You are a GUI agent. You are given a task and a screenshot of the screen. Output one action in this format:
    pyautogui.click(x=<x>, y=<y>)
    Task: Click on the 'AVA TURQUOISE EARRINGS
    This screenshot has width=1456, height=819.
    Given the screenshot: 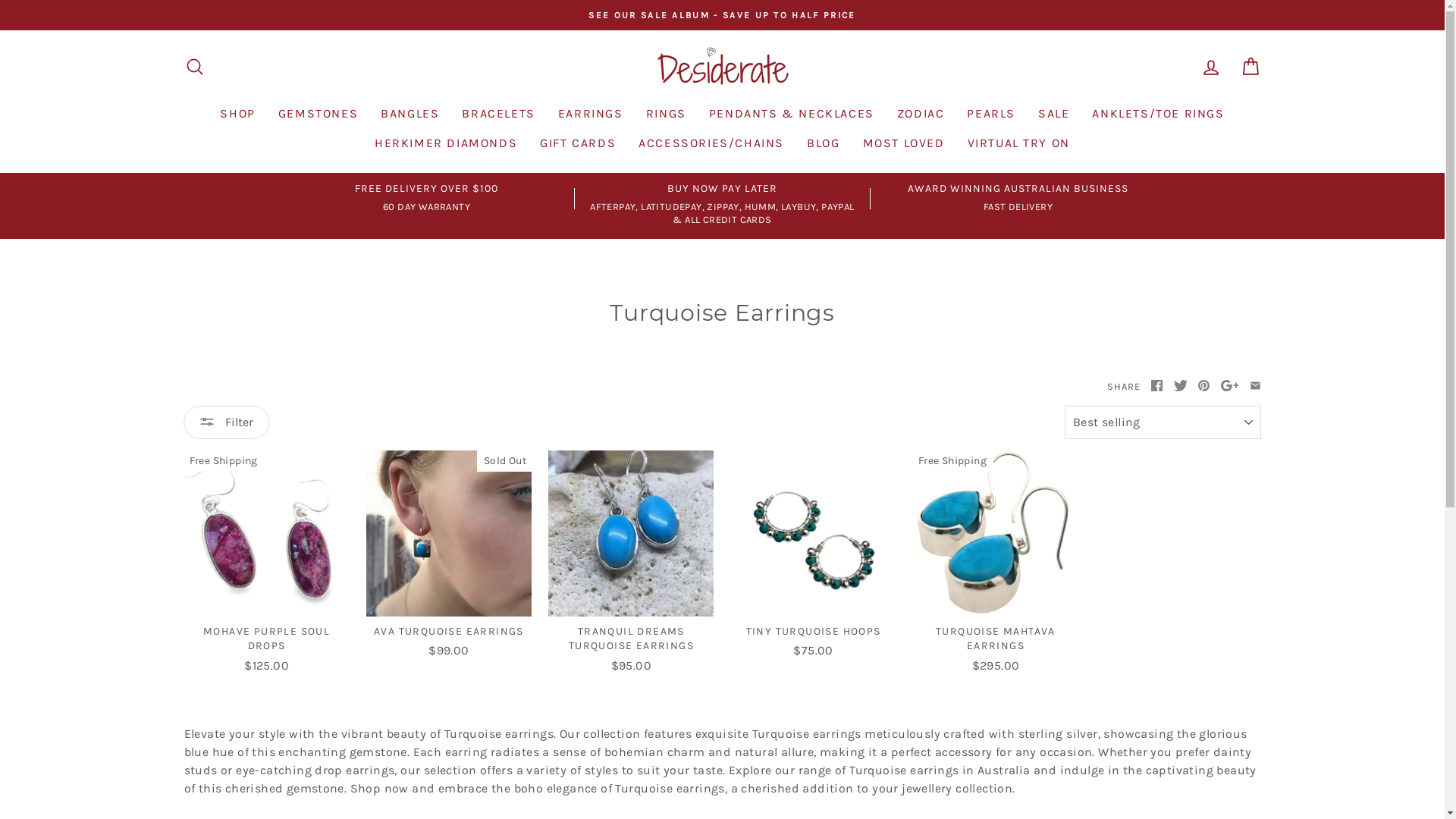 What is the action you would take?
    pyautogui.click(x=447, y=557)
    